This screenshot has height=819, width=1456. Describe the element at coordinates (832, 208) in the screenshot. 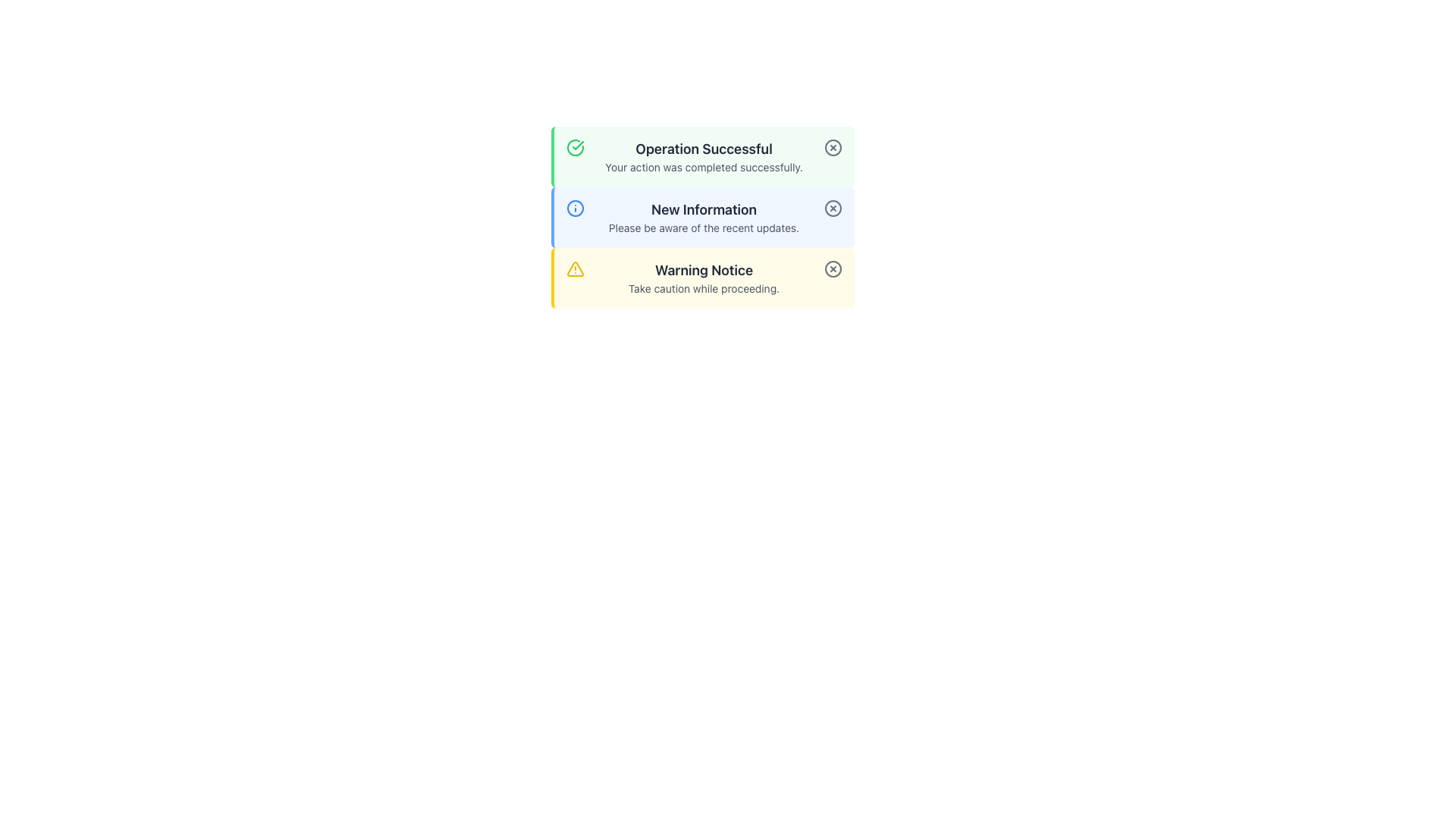

I see `the close button located at the rightmost part of the 'New Information' notification card` at that location.